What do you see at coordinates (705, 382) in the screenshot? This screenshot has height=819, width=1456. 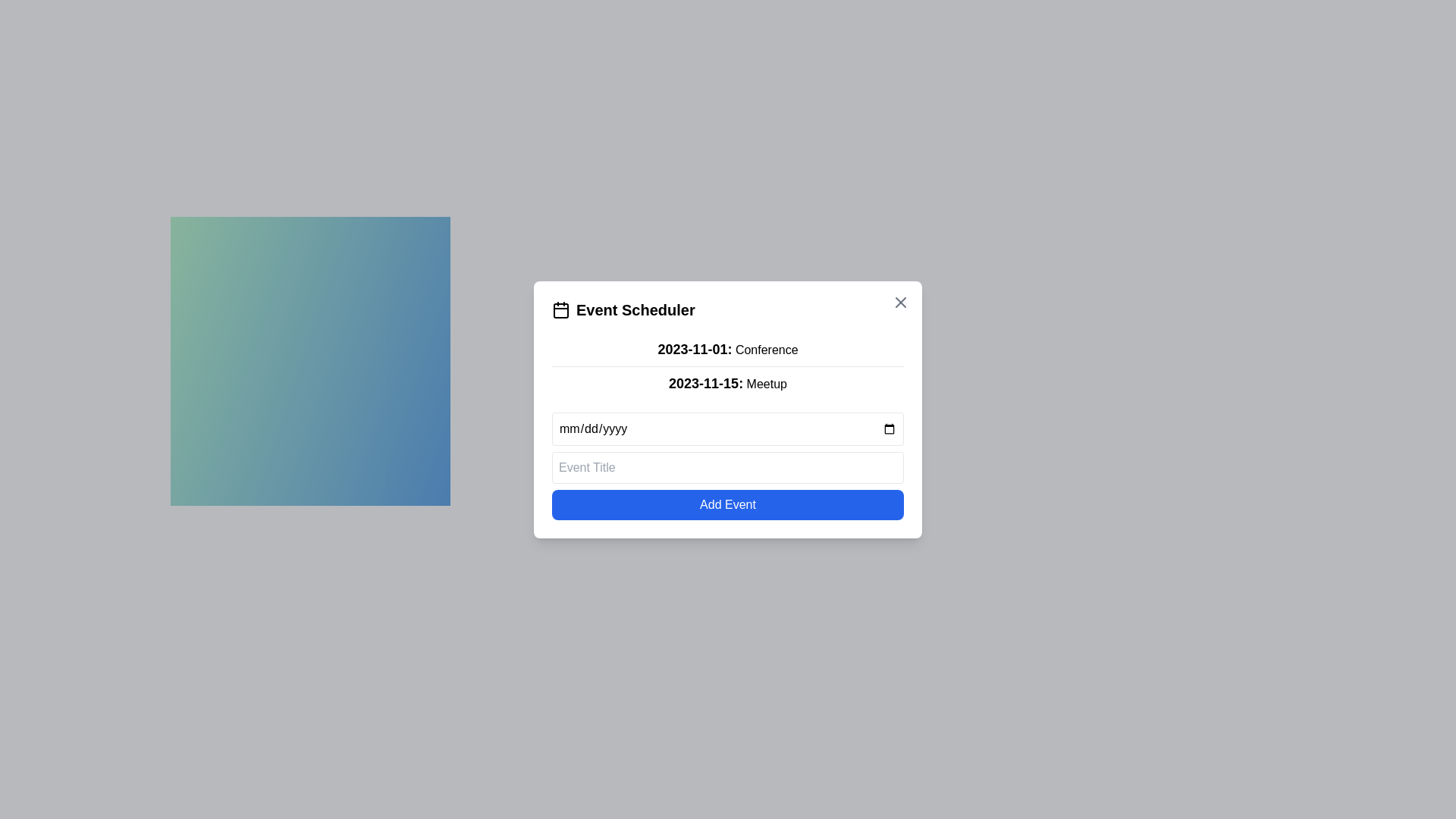 I see `the date label '2023-11-01' located in the schedule list` at bounding box center [705, 382].